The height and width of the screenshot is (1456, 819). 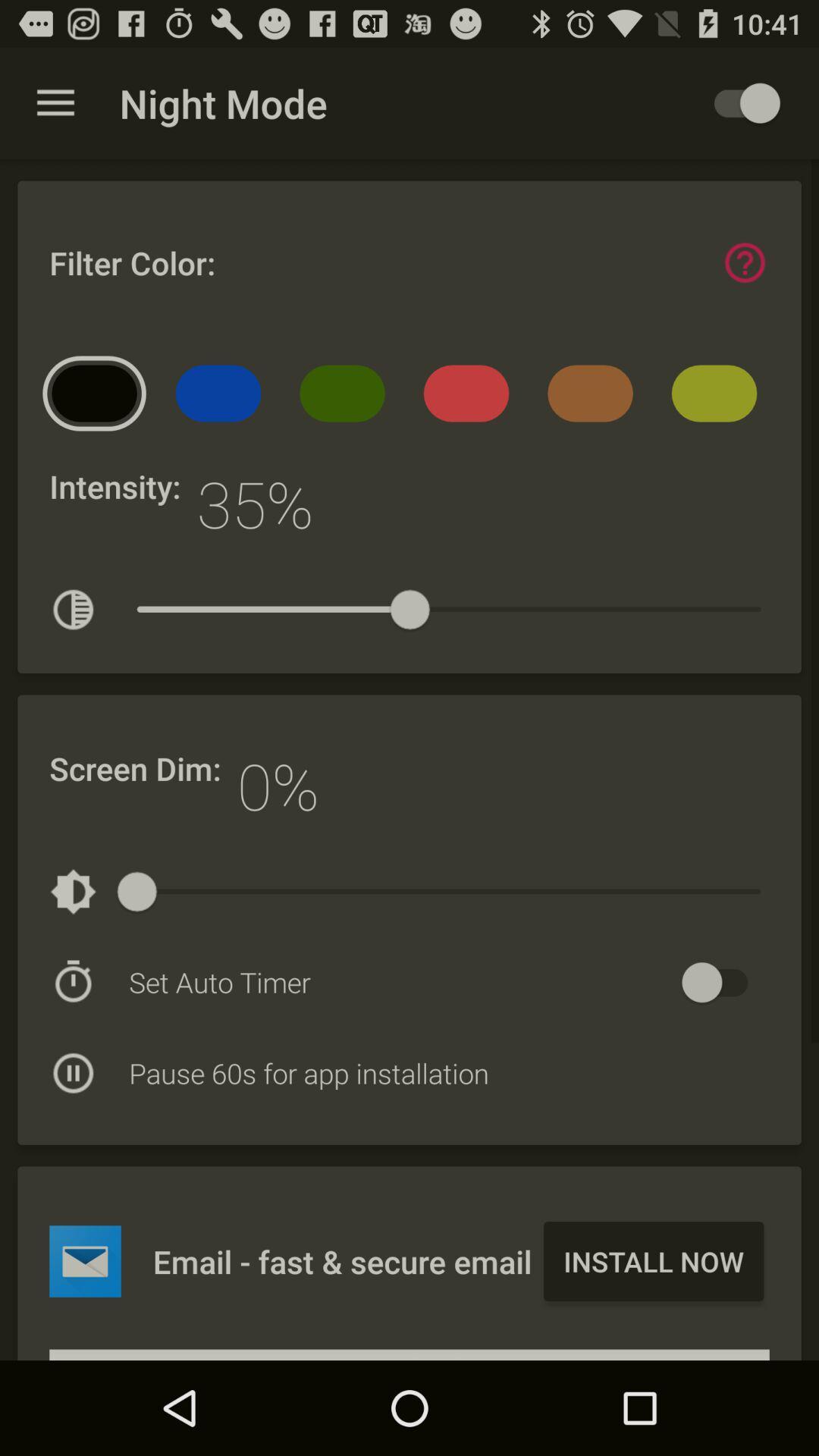 I want to click on toggle, so click(x=739, y=102).